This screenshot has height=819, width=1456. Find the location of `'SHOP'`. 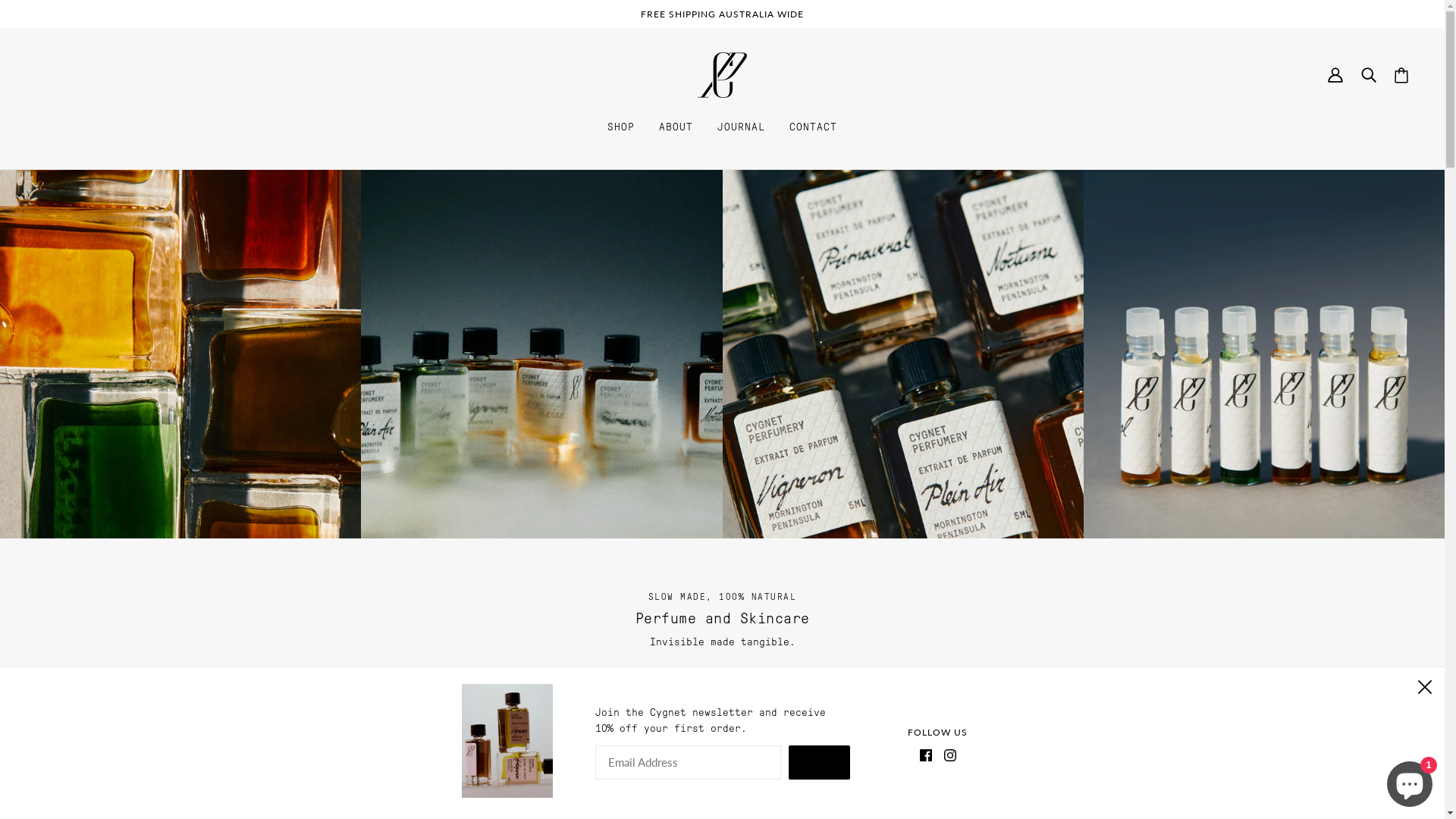

'SHOP' is located at coordinates (621, 127).